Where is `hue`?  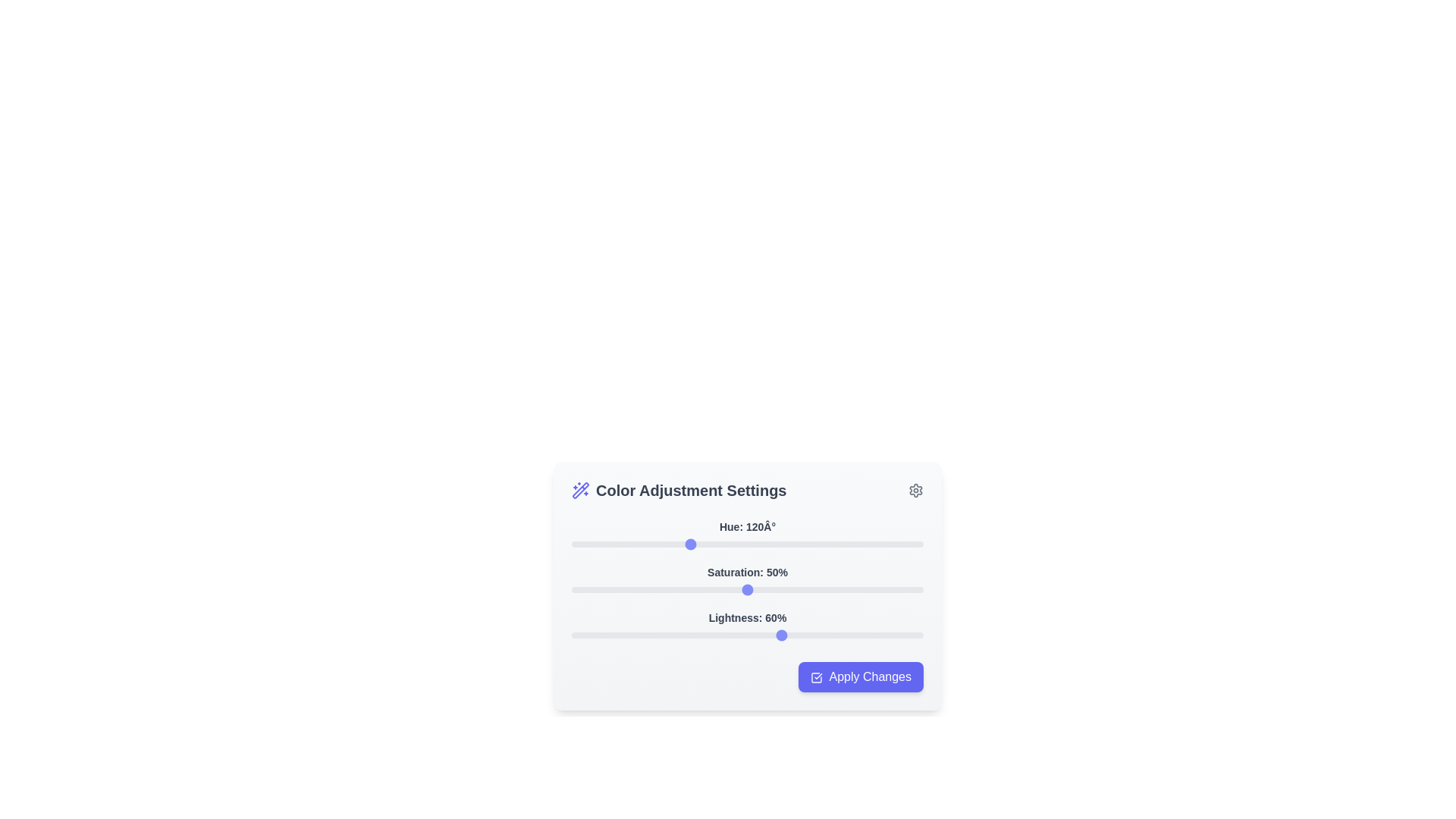
hue is located at coordinates (582, 543).